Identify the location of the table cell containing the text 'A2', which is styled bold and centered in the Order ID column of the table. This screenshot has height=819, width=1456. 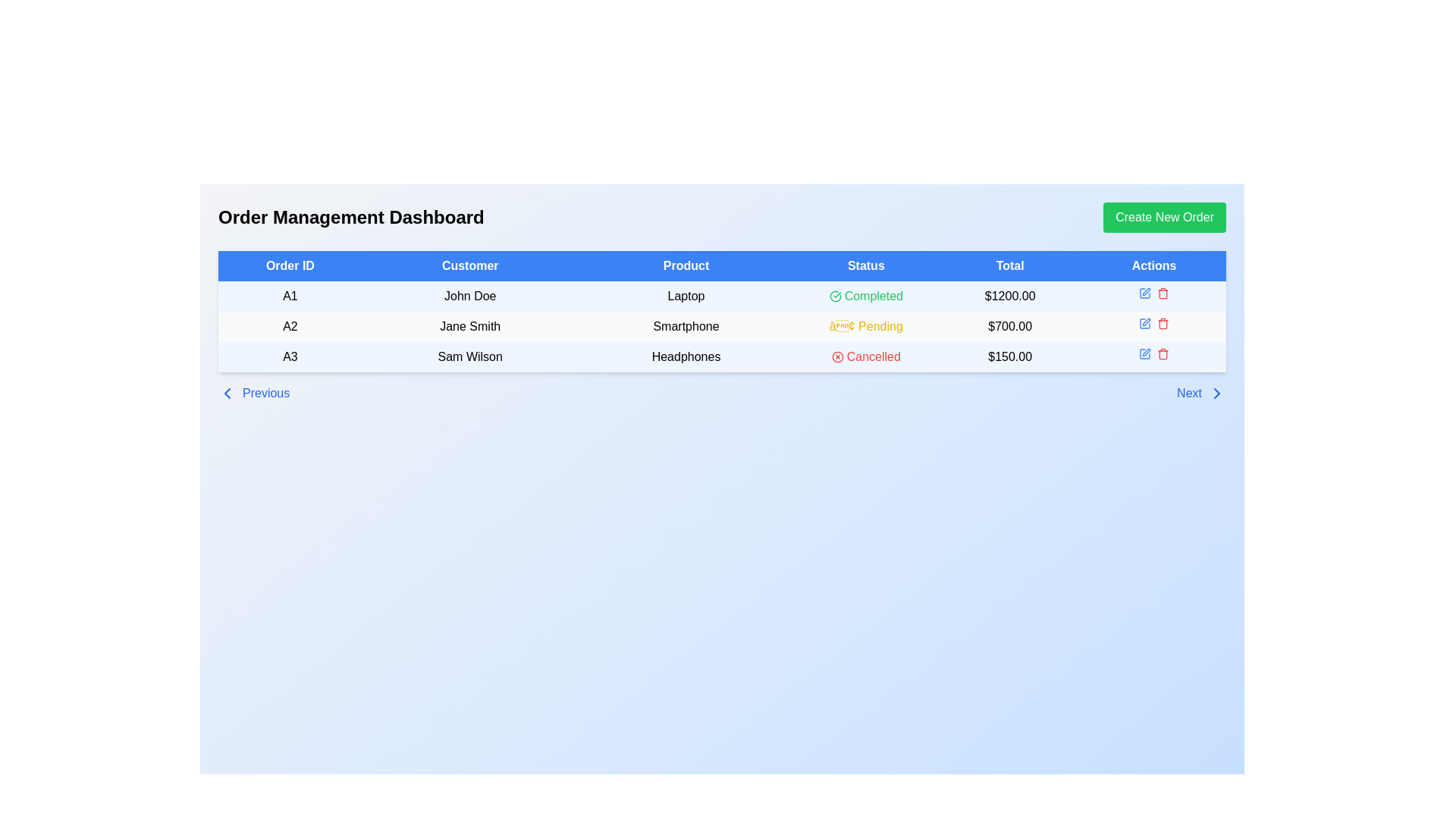
(290, 326).